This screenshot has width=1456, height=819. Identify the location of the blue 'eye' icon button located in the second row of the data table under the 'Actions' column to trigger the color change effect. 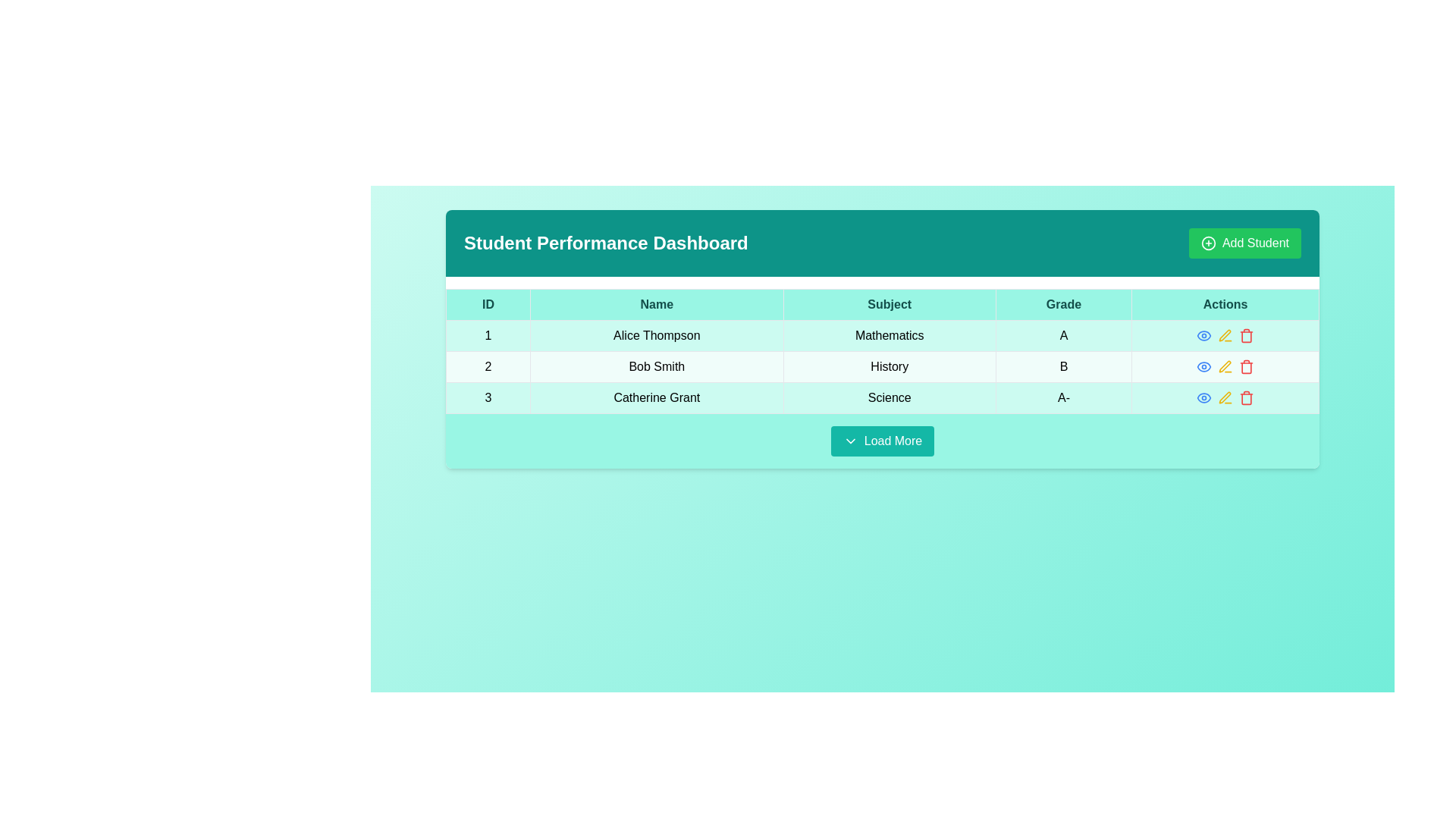
(1203, 366).